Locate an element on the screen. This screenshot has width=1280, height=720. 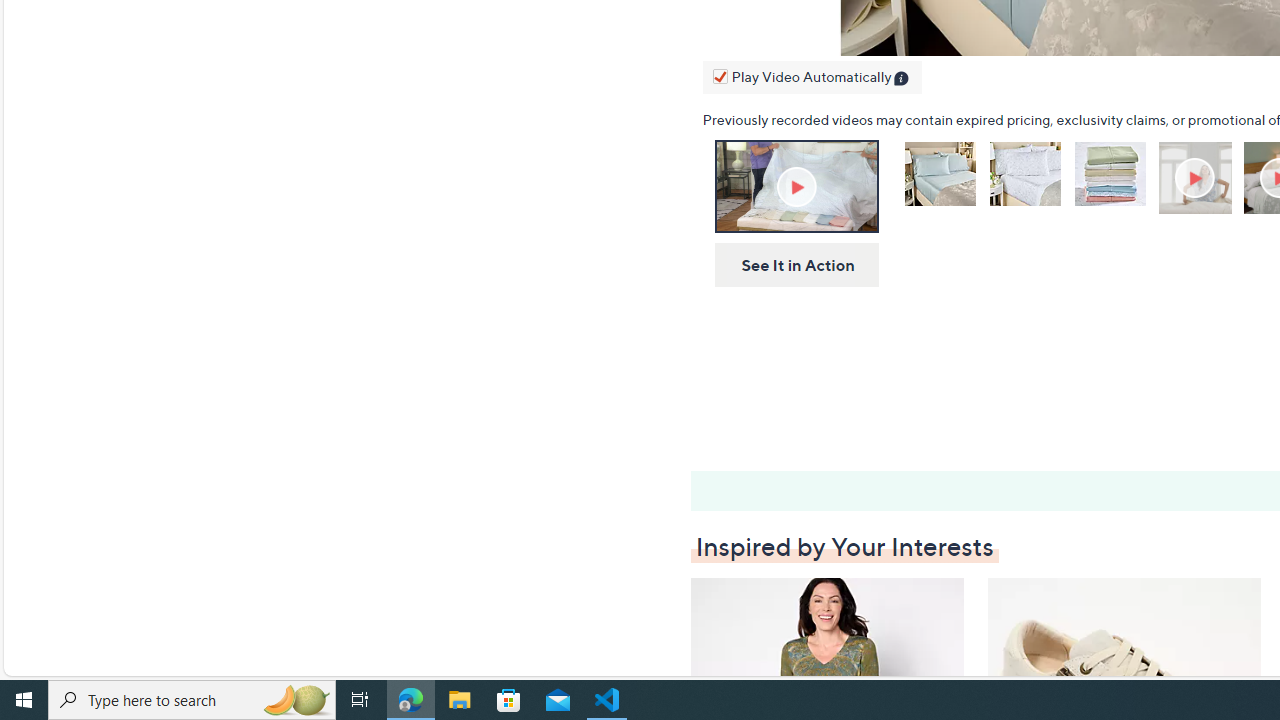
'See It in Action' is located at coordinates (789, 264).